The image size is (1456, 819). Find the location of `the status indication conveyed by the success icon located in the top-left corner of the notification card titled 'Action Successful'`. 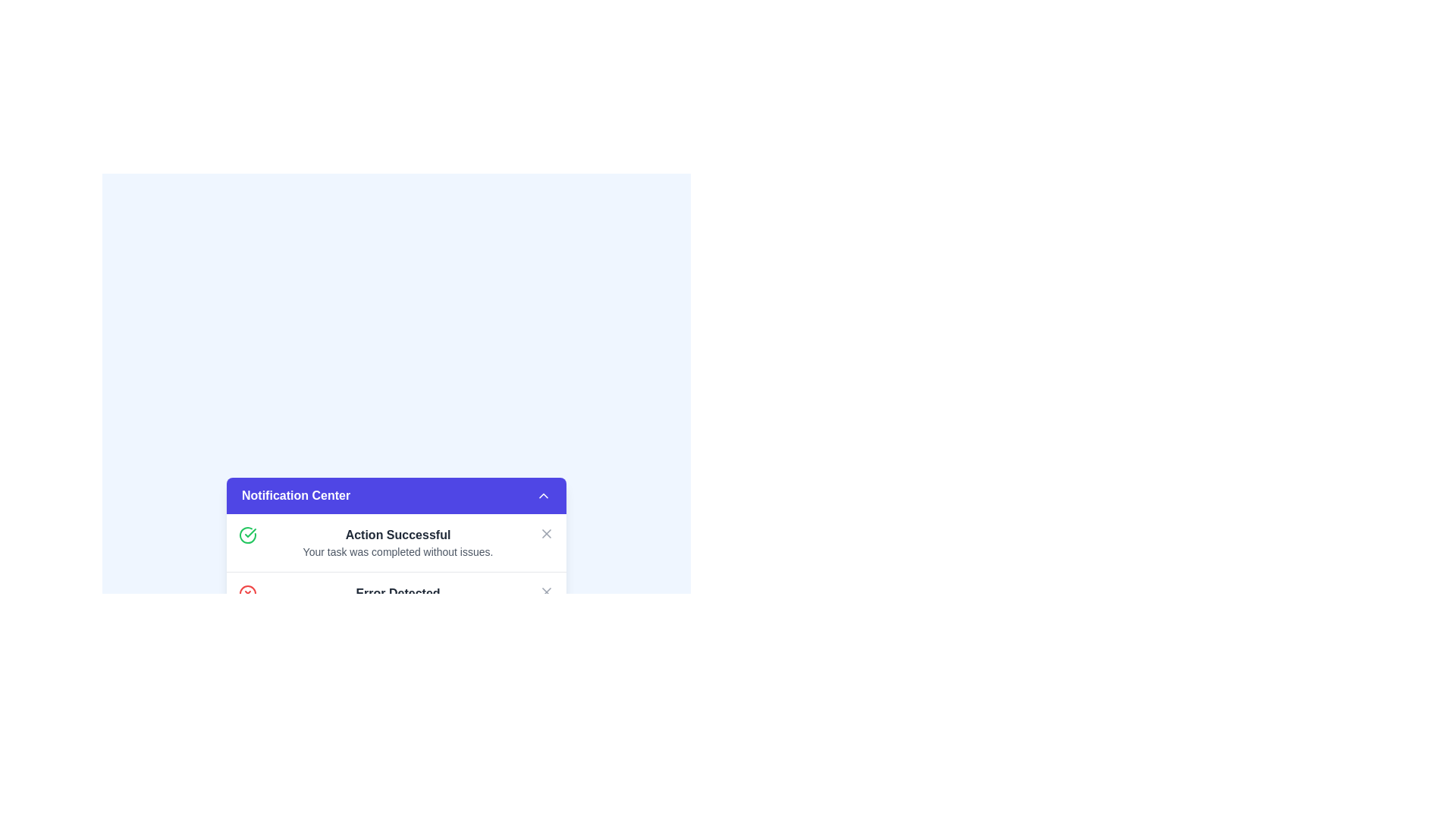

the status indication conveyed by the success icon located in the top-left corner of the notification card titled 'Action Successful' is located at coordinates (247, 534).